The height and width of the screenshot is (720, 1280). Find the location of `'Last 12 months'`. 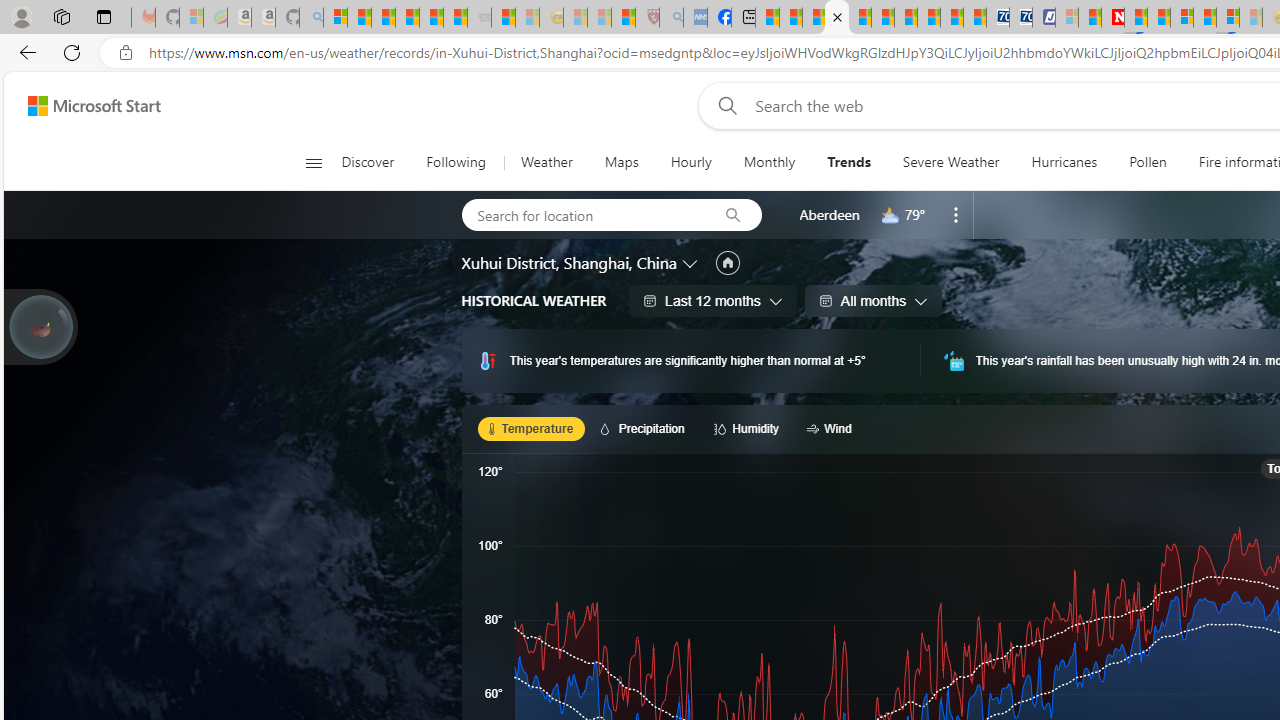

'Last 12 months' is located at coordinates (712, 300).